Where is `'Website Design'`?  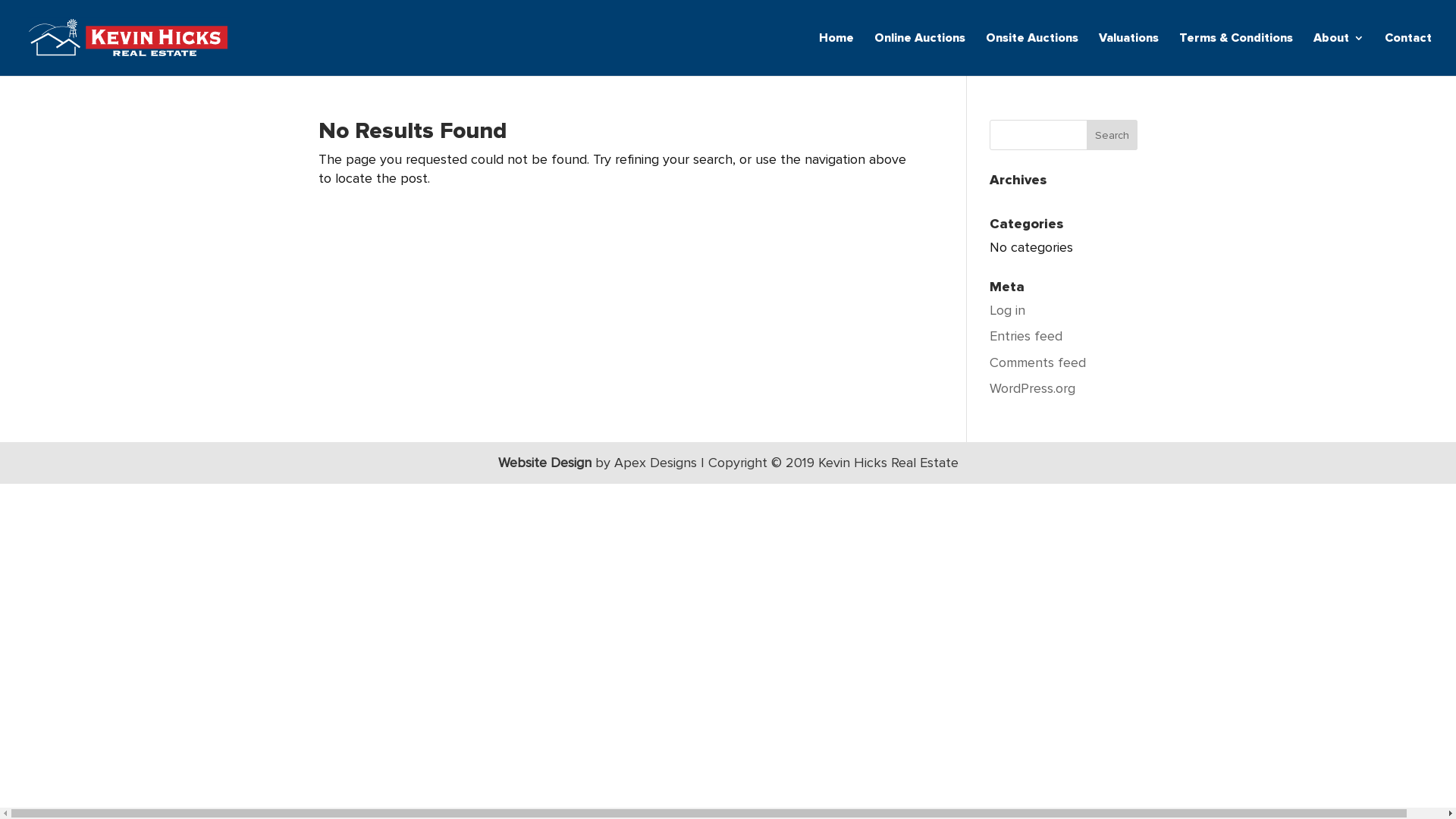 'Website Design' is located at coordinates (546, 461).